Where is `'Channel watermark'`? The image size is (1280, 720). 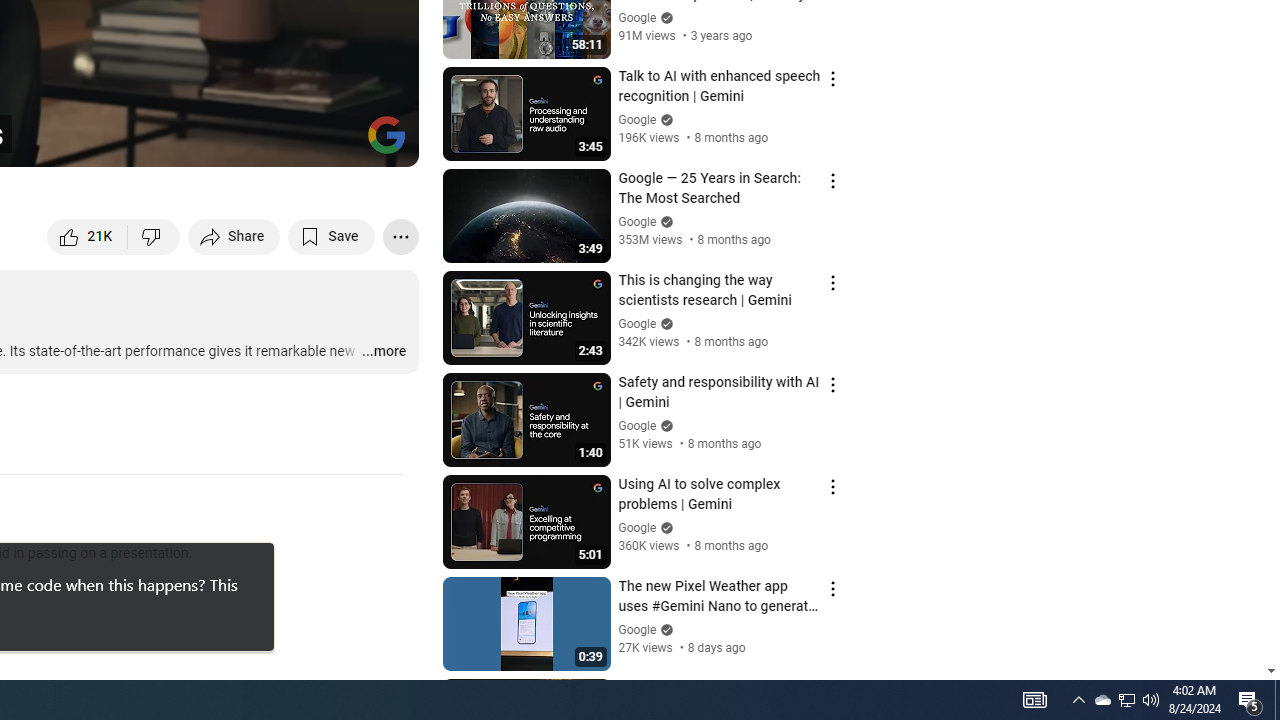 'Channel watermark' is located at coordinates (386, 135).